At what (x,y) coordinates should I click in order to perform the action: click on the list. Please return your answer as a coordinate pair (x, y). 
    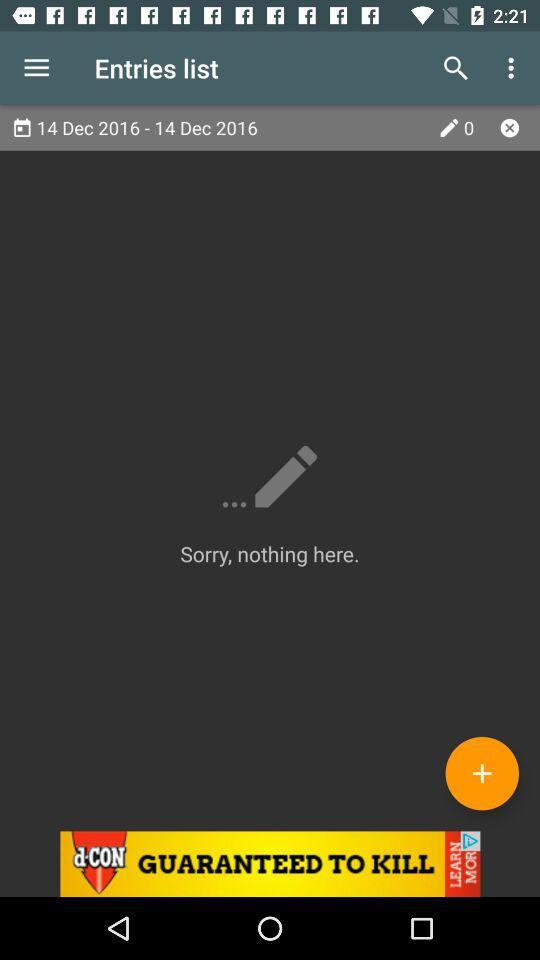
    Looking at the image, I should click on (509, 126).